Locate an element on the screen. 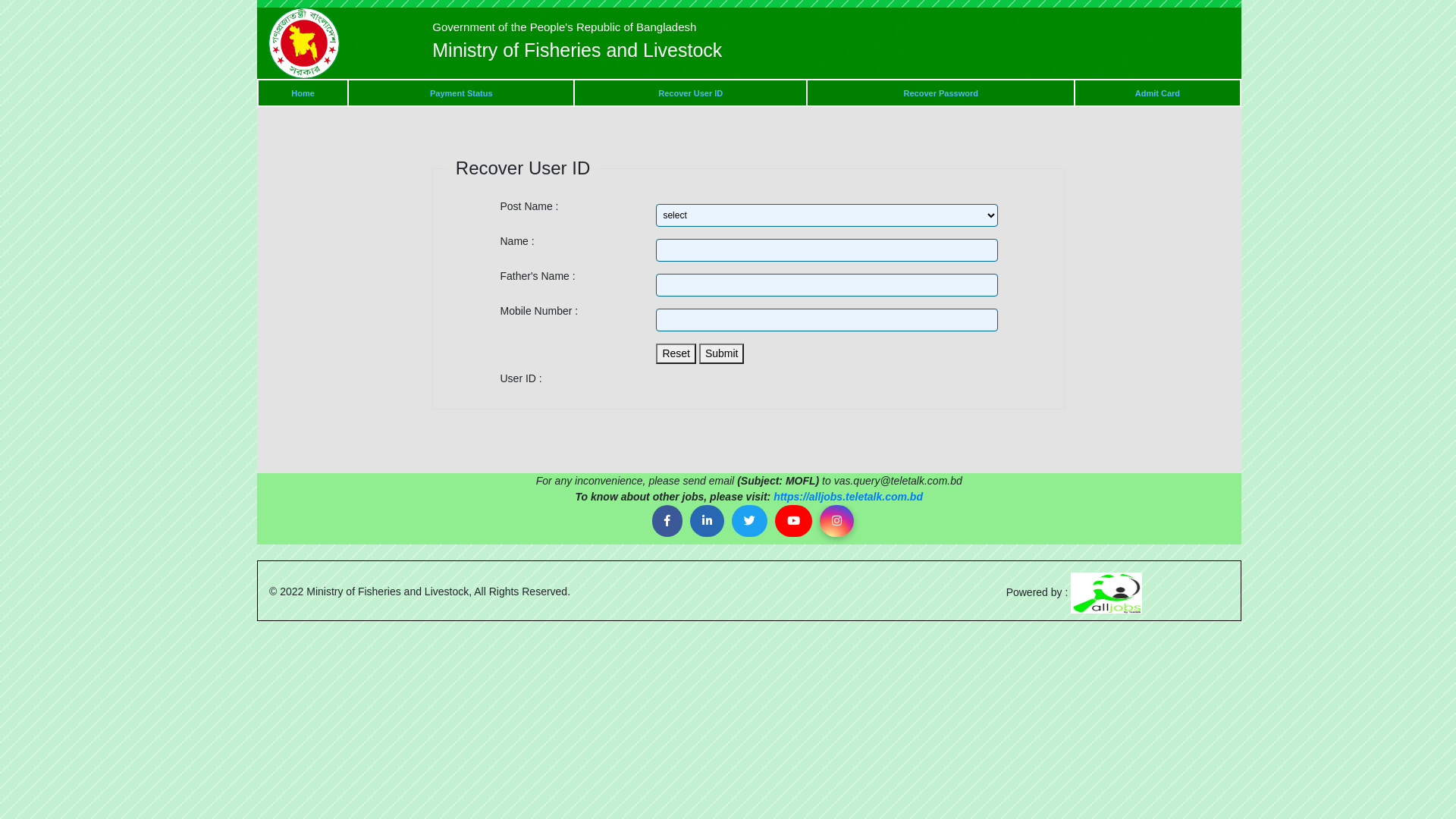 The image size is (1456, 819). 'Recover Password' is located at coordinates (940, 93).